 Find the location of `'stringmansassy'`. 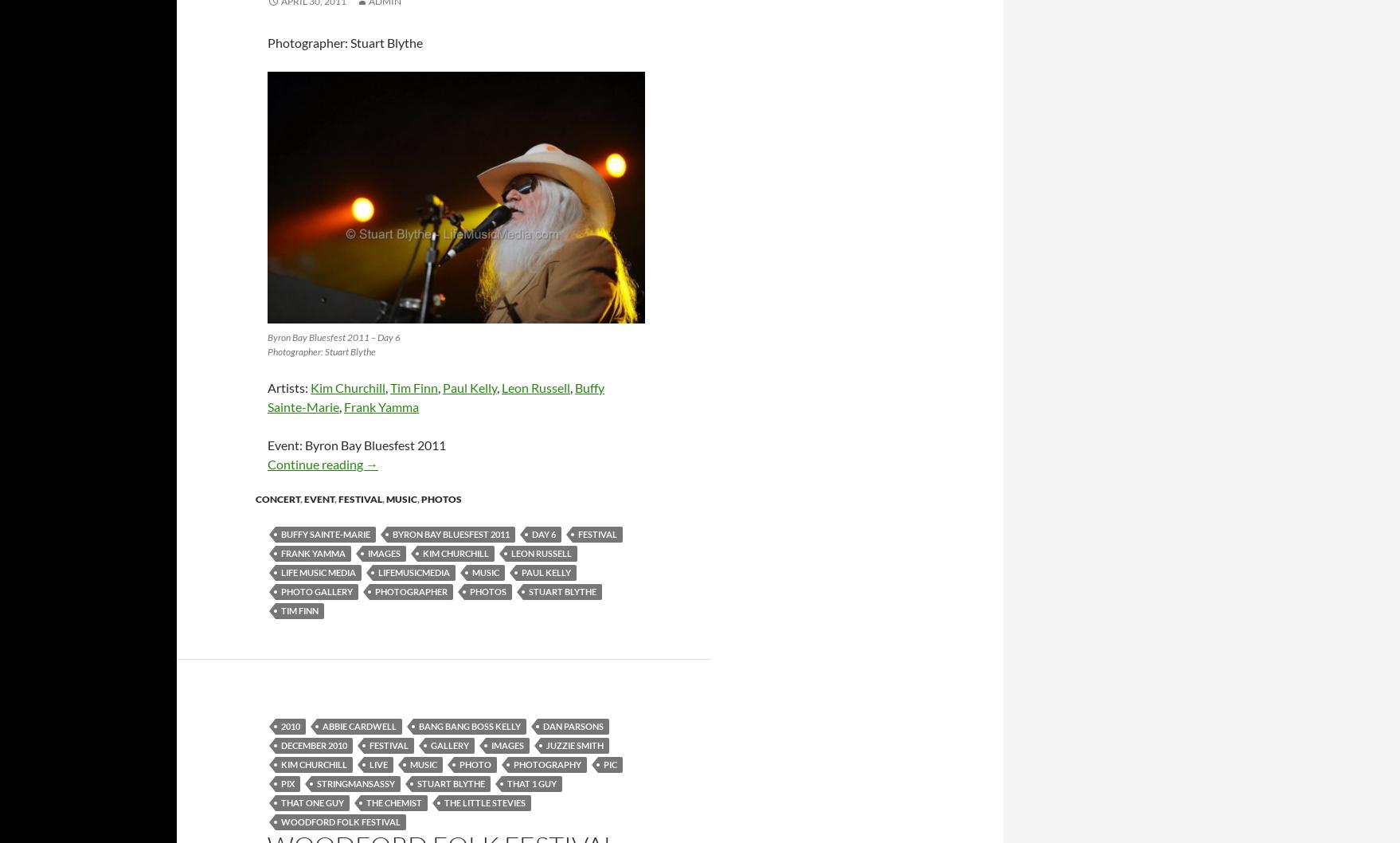

'stringmansassy' is located at coordinates (355, 782).